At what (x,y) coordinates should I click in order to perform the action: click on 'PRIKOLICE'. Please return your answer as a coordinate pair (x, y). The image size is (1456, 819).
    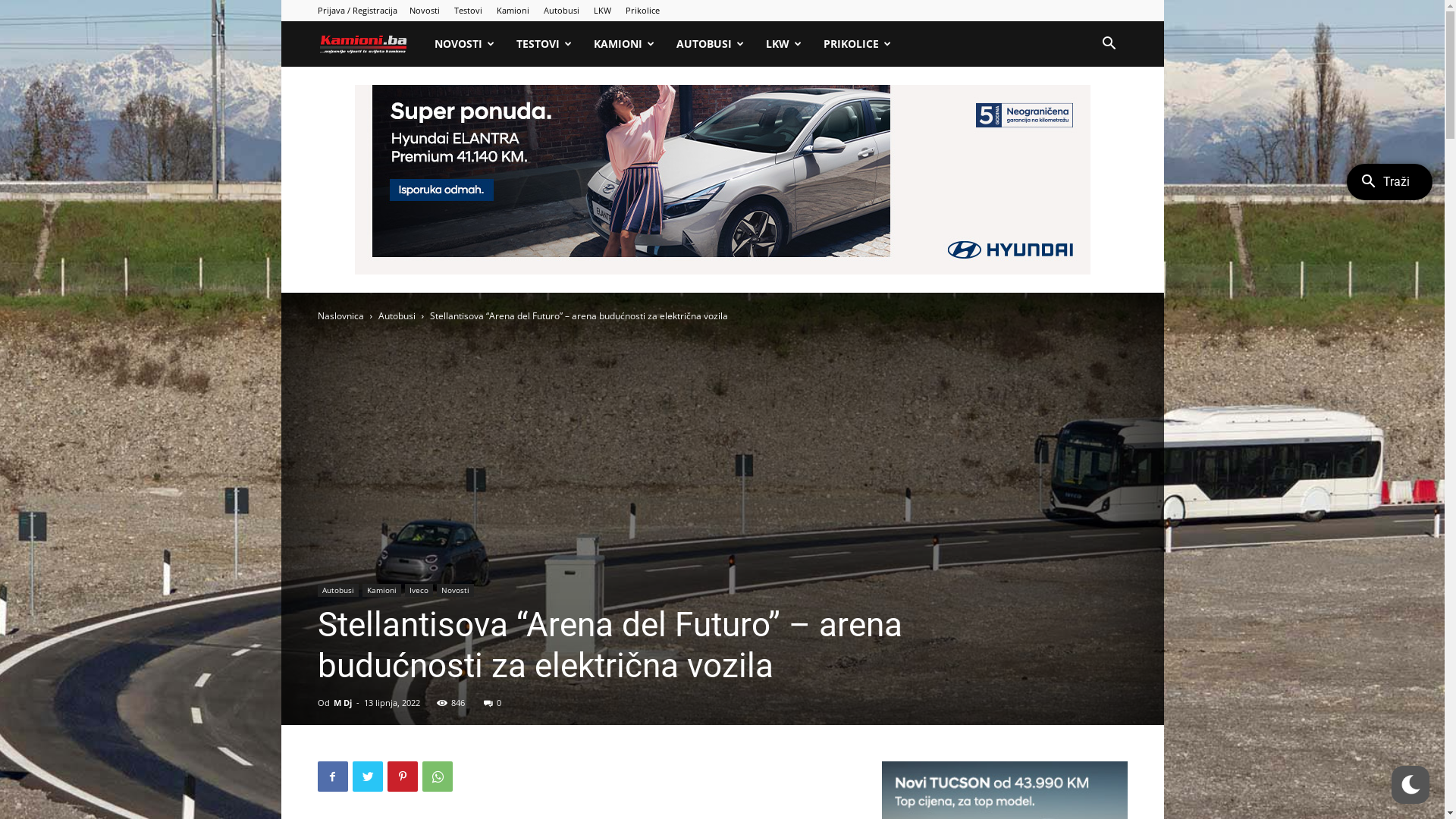
    Looking at the image, I should click on (811, 42).